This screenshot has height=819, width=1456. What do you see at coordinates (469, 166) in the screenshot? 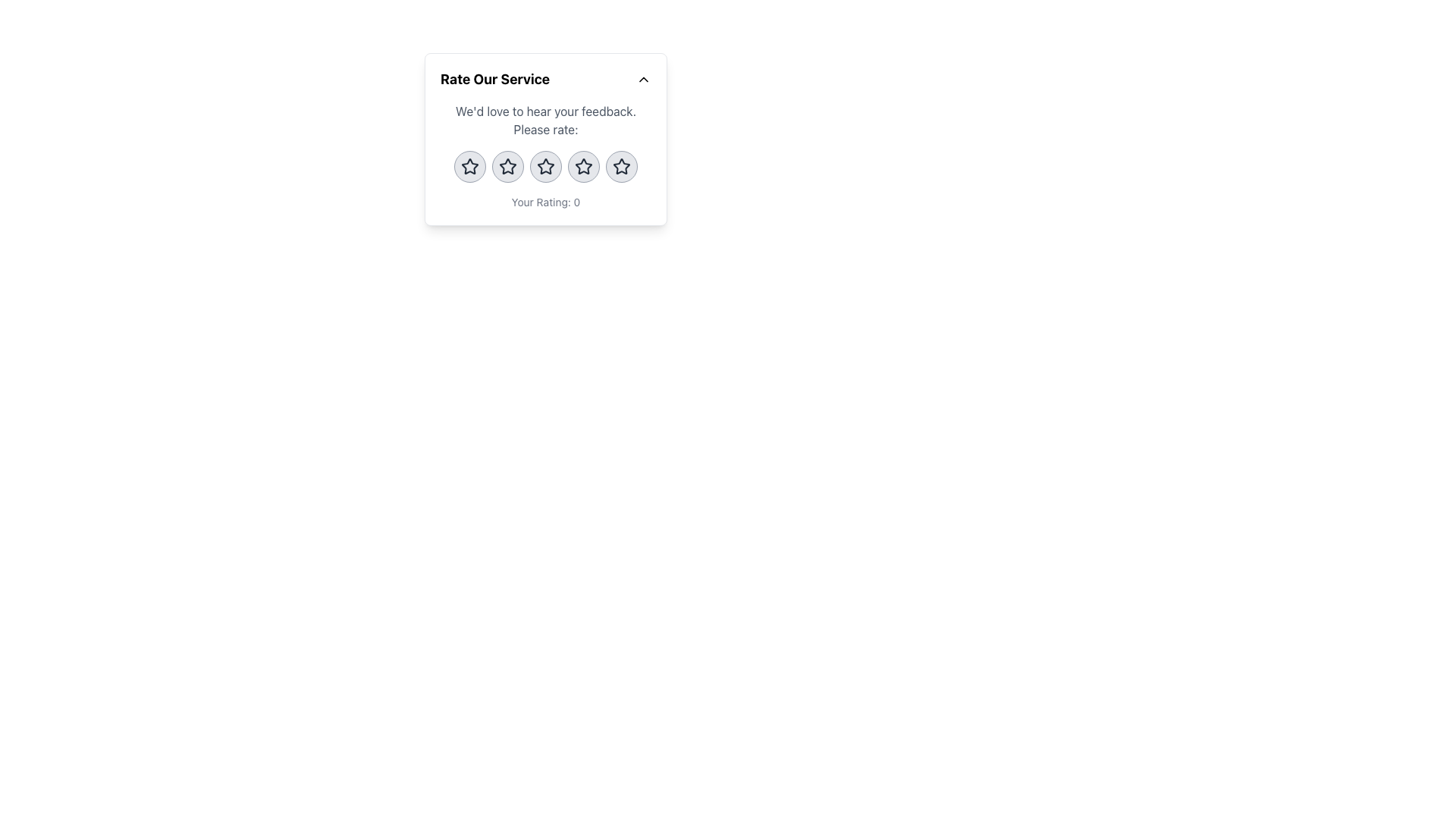
I see `the first circular button with a gray background and a star icon` at bounding box center [469, 166].